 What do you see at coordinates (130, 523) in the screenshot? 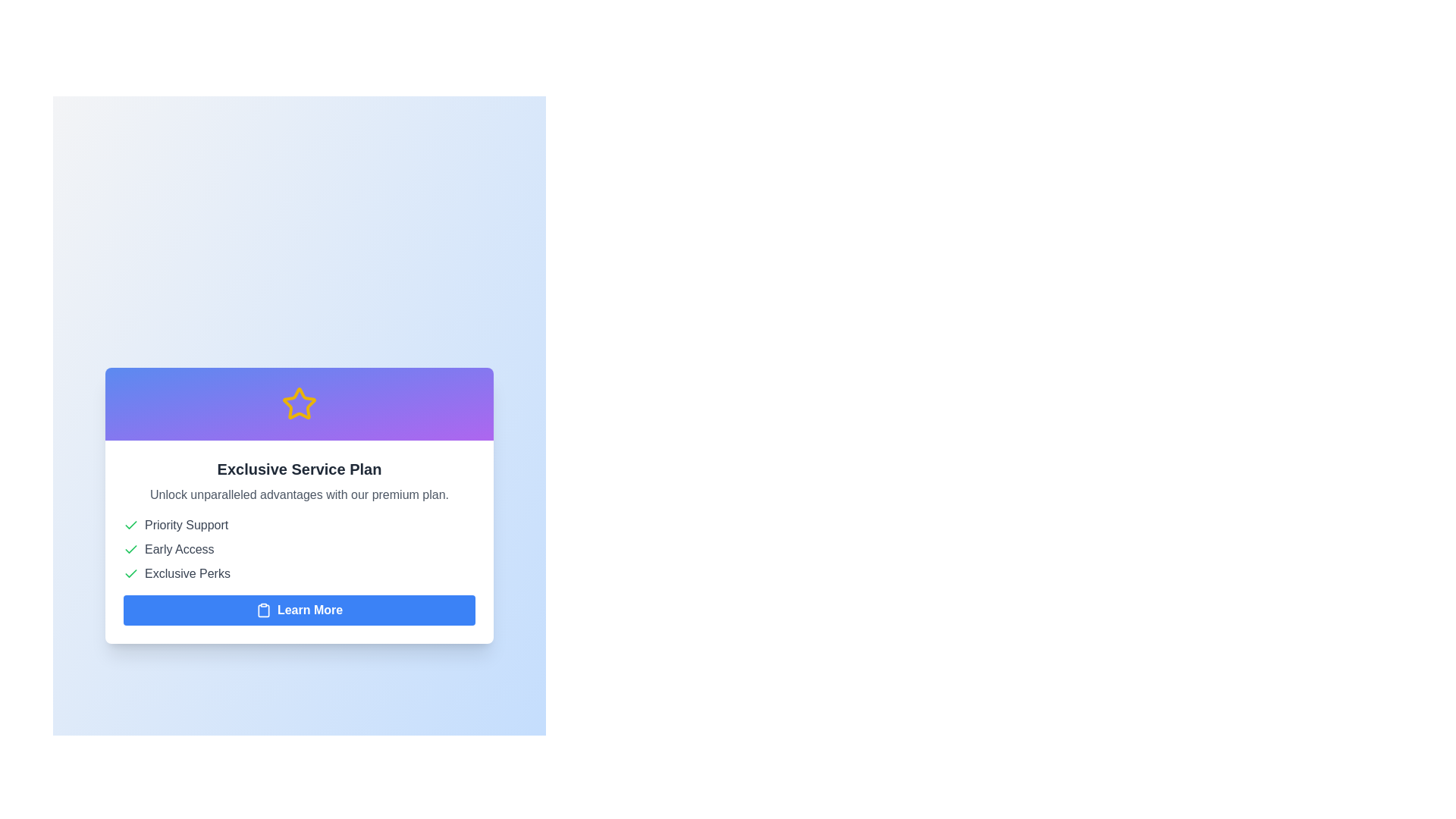
I see `the visual state of the checkmark icon indicating 'Early Access' located below 'Priority Support' in the 'Exclusive Service Plan' list` at bounding box center [130, 523].